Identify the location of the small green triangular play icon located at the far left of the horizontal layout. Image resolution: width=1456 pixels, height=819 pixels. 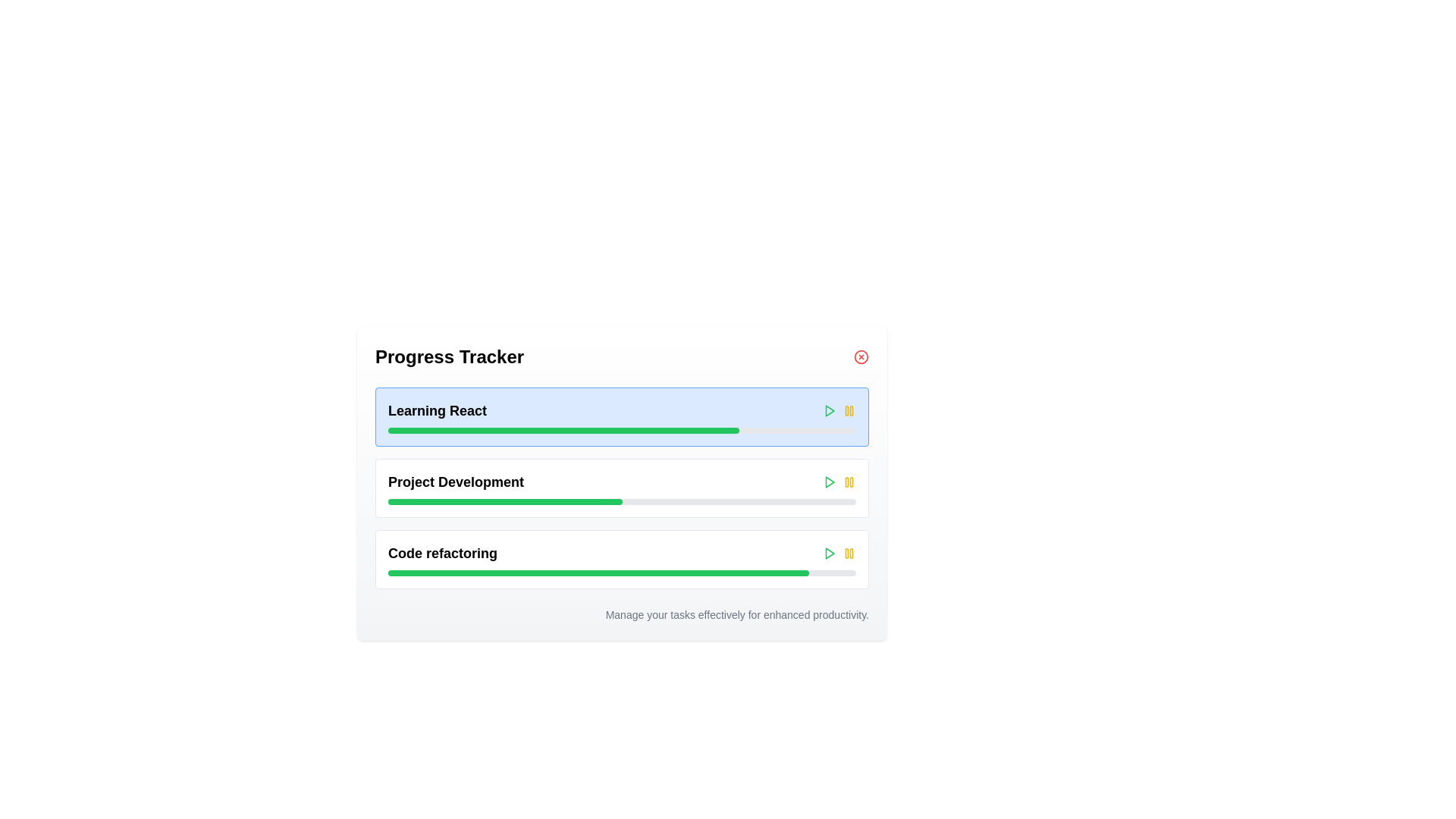
(829, 482).